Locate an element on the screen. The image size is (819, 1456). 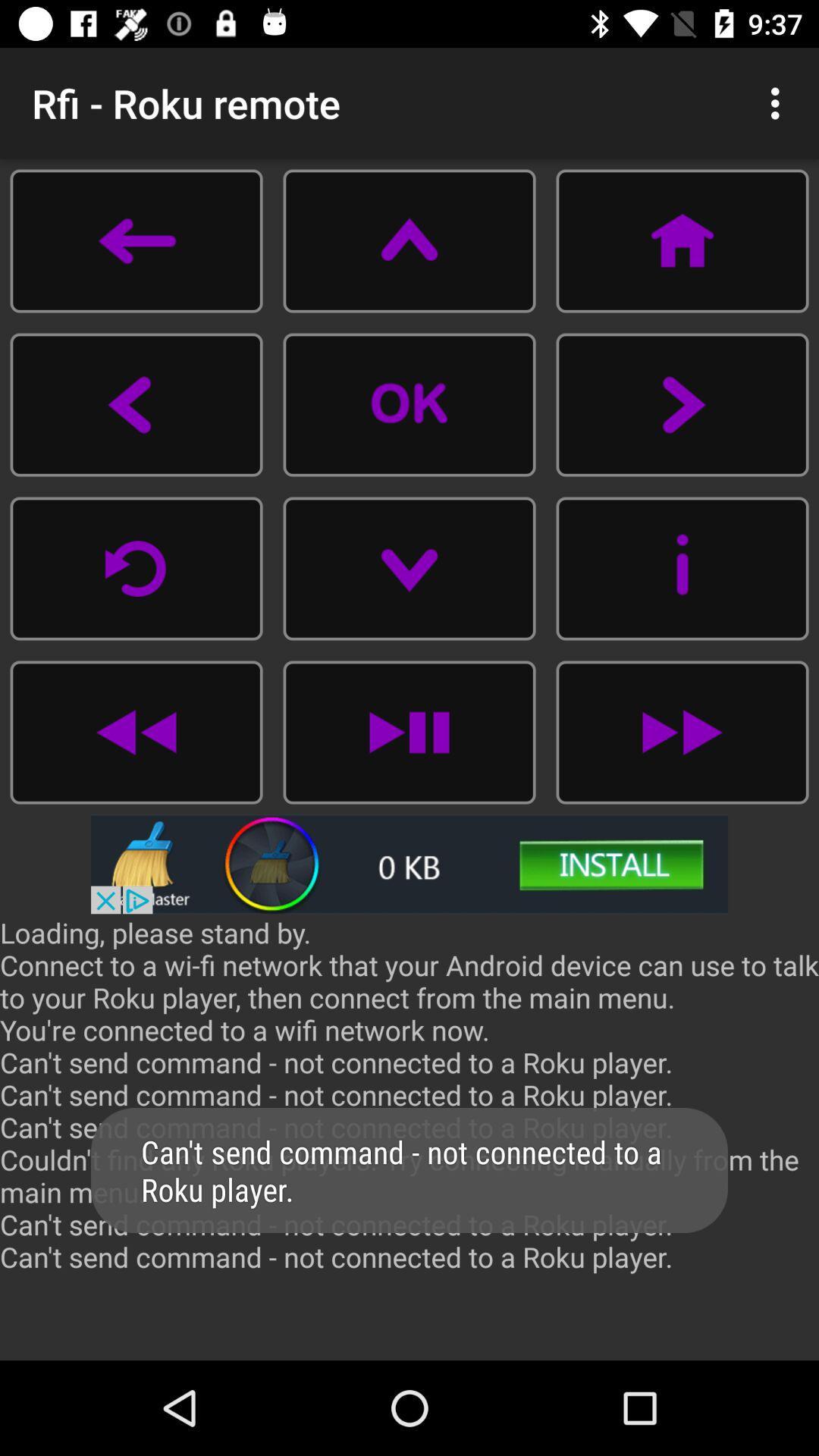
the home icon is located at coordinates (681, 240).